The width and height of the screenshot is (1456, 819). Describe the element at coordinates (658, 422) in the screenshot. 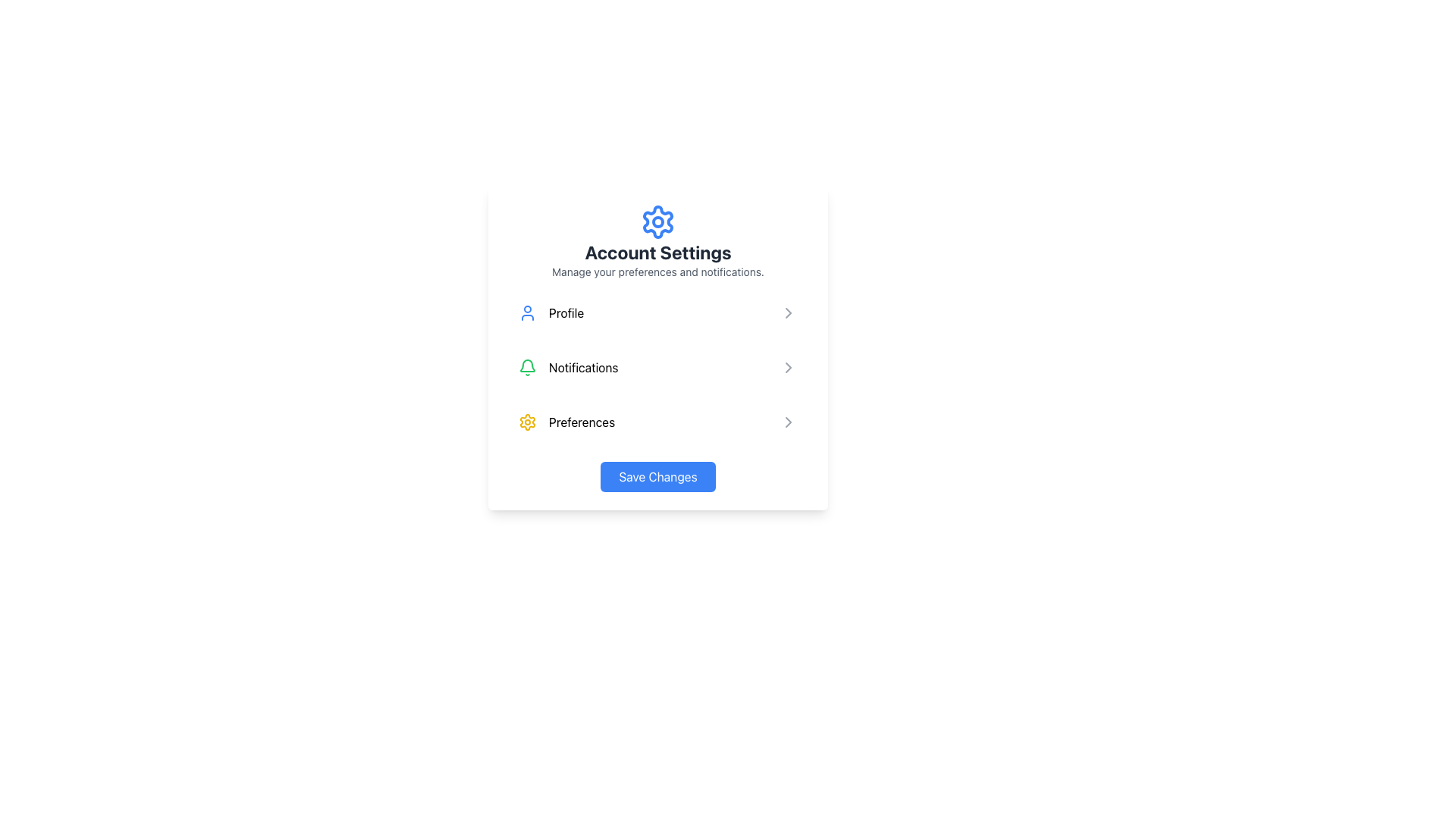

I see `the 'Preferences' navigation item` at that location.